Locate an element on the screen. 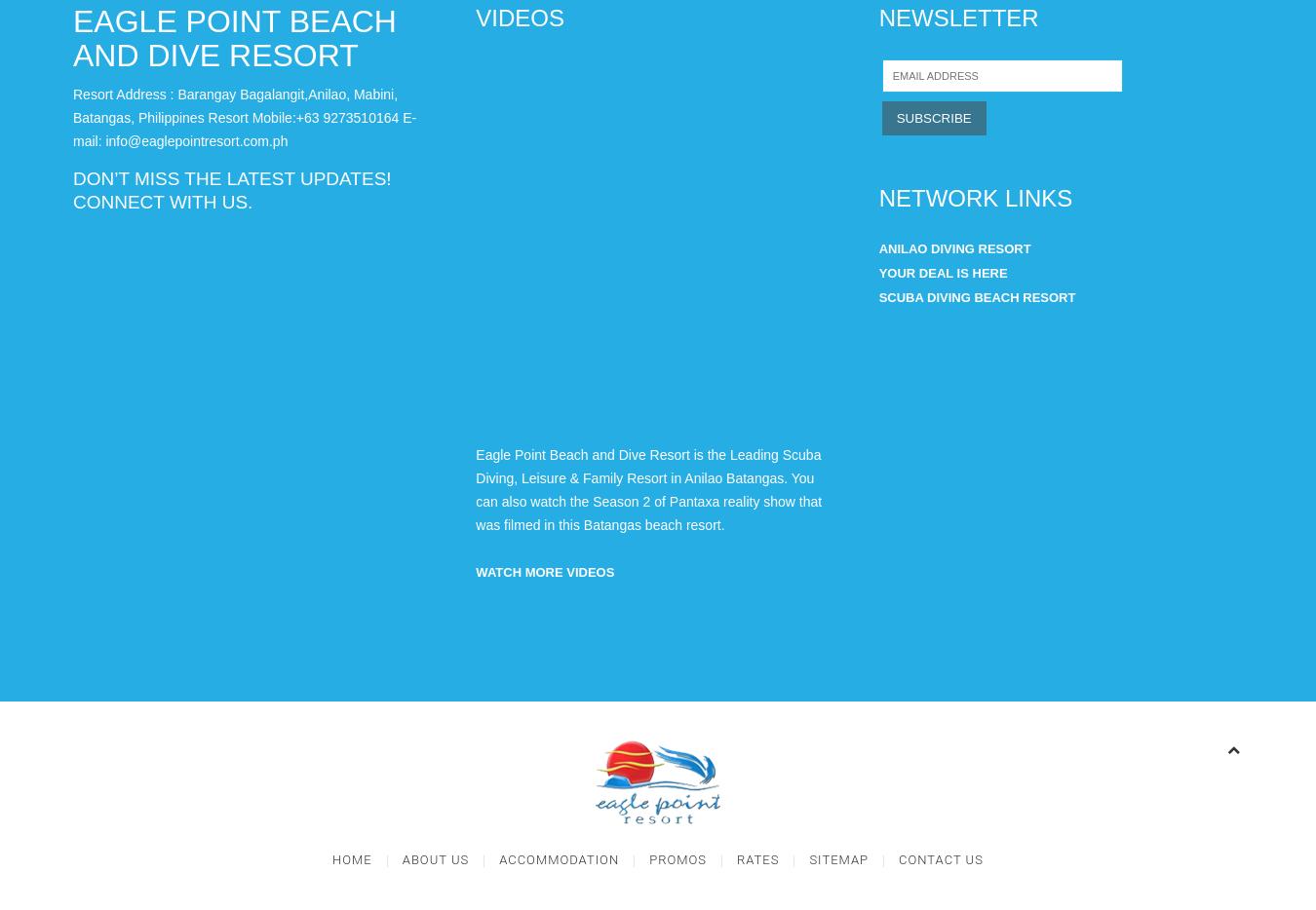  'Sitemap' is located at coordinates (838, 858).